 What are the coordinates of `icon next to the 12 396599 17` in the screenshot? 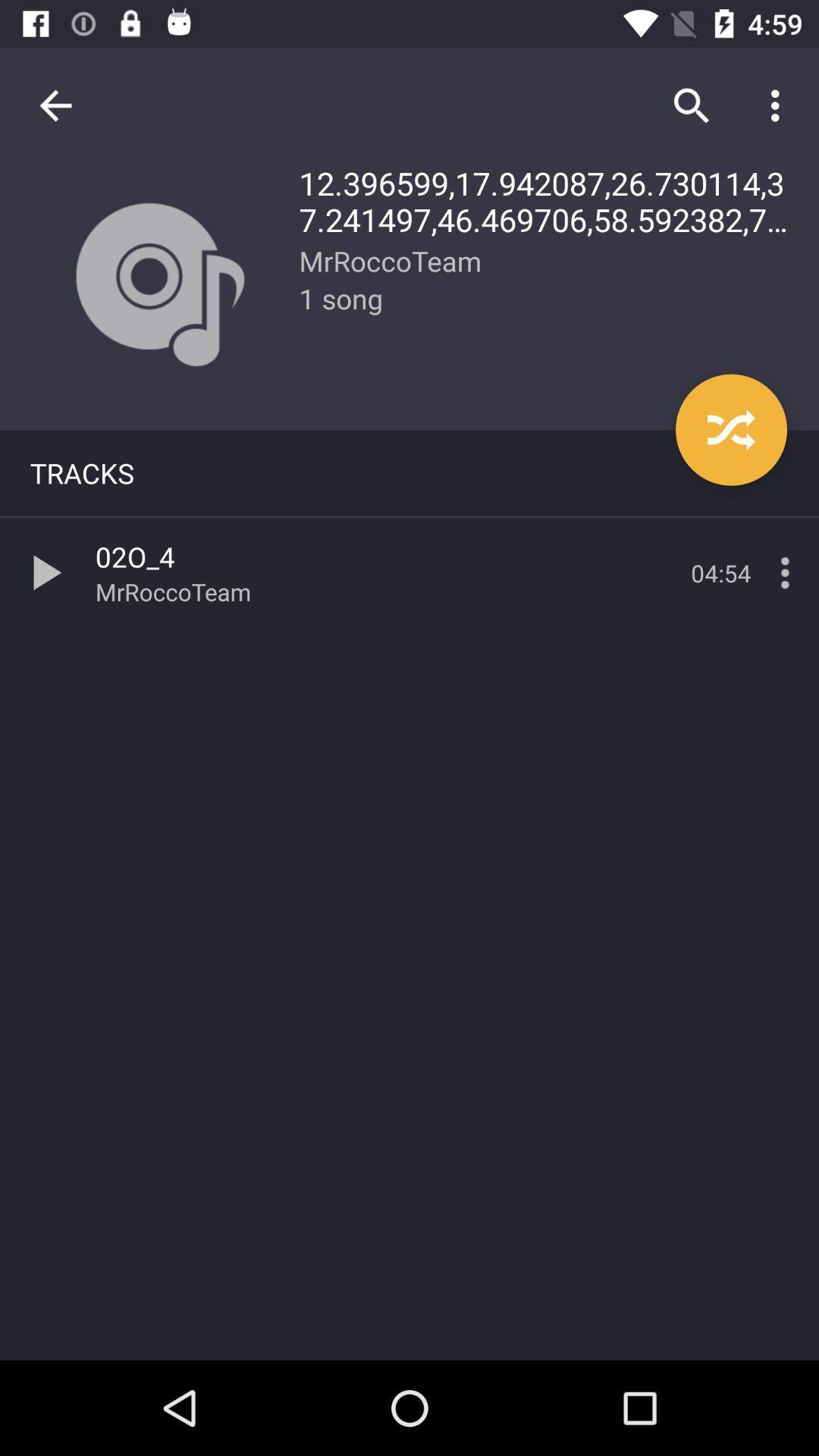 It's located at (55, 105).